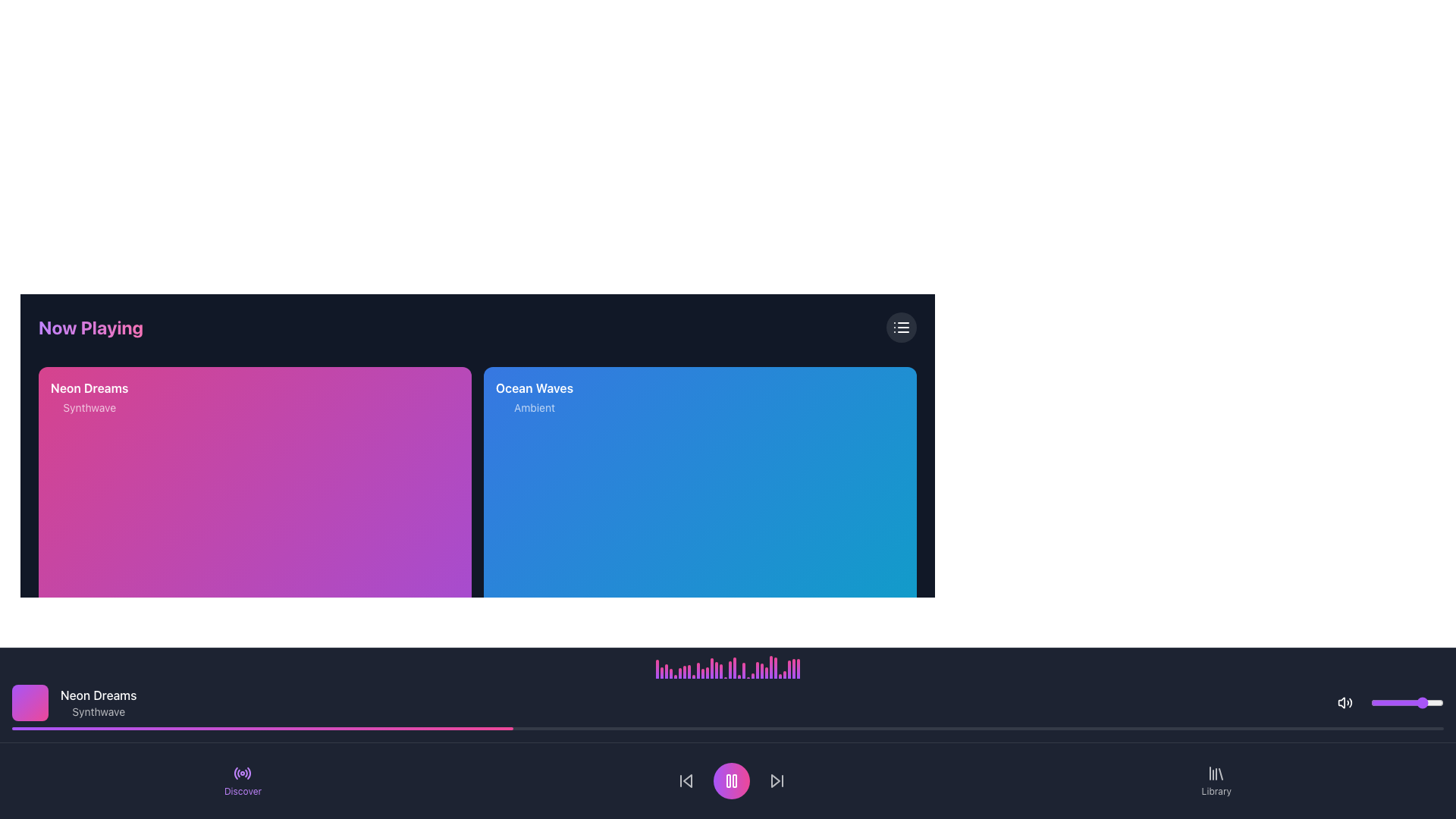 This screenshot has height=819, width=1456. I want to click on the right bar of the Pause button icon, which is a narrow vertical bar with rounded edges, as part of the visual feedback, so click(734, 780).